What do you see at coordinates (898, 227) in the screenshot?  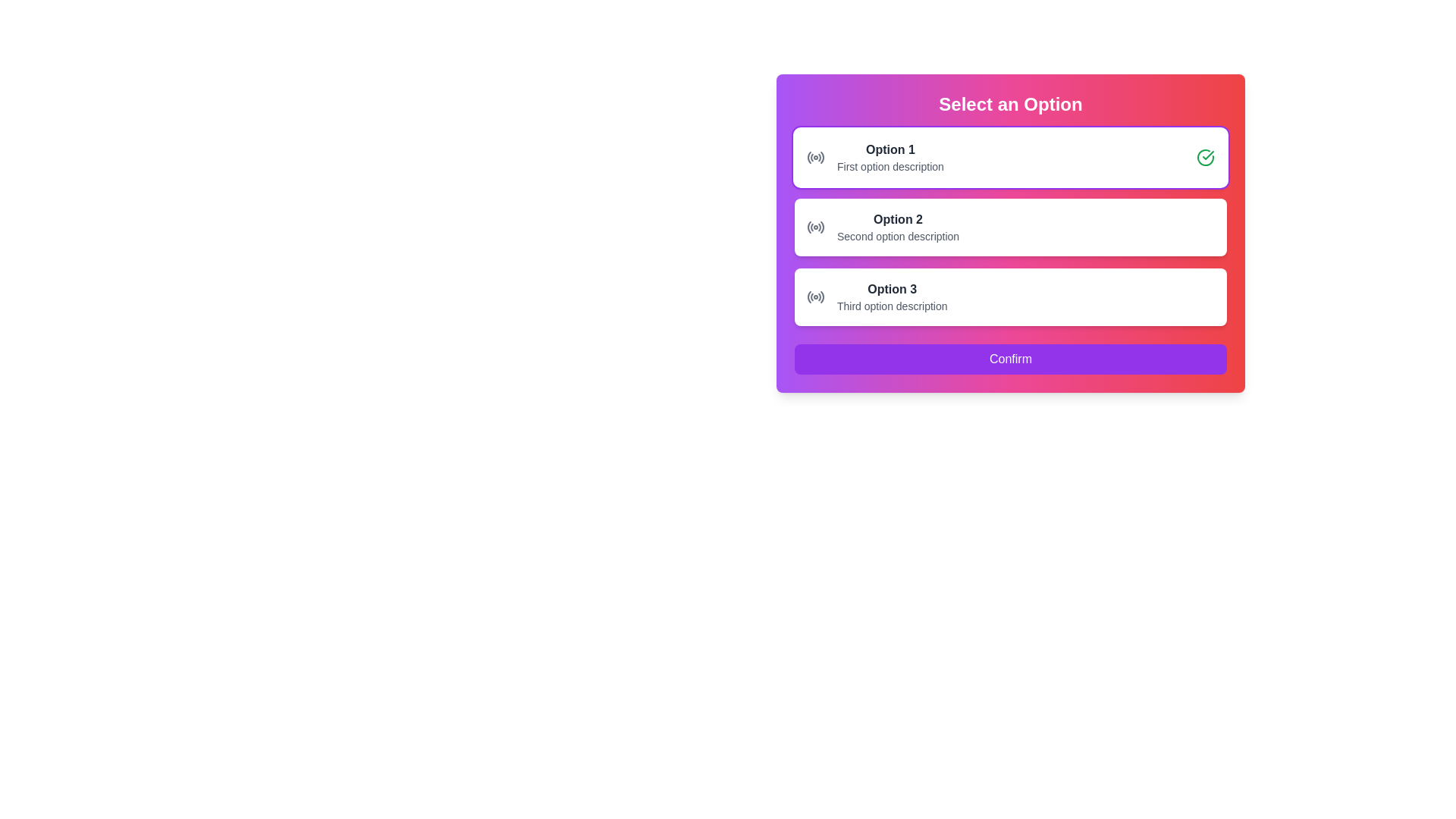 I see `the second option in the vertical list of selectable text card elements` at bounding box center [898, 227].